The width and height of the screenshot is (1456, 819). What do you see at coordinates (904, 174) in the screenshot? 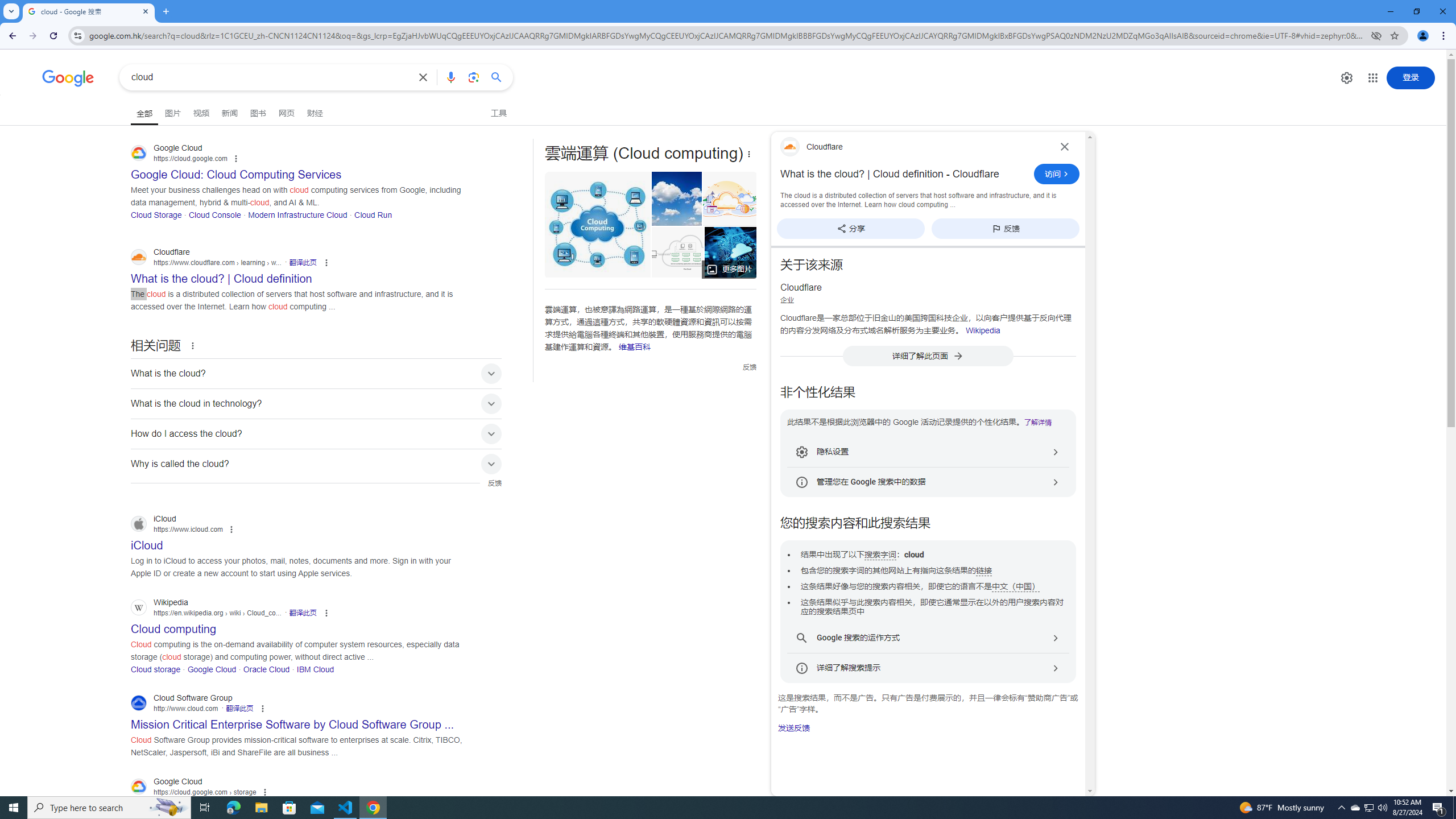
I see `'What is the cloud? | Cloud definition - Cloudflare'` at bounding box center [904, 174].